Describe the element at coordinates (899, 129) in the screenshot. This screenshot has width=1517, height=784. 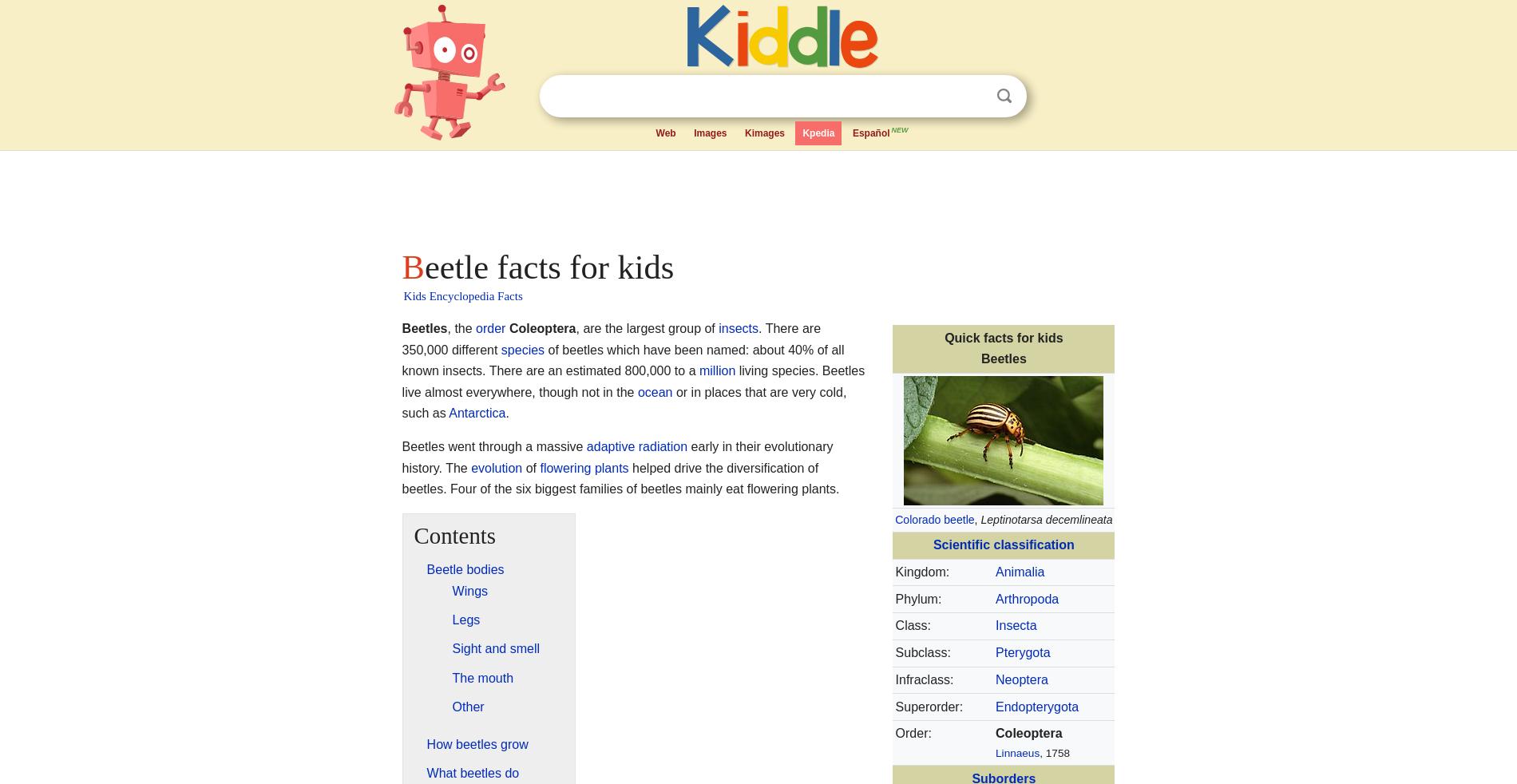
I see `'NEW'` at that location.